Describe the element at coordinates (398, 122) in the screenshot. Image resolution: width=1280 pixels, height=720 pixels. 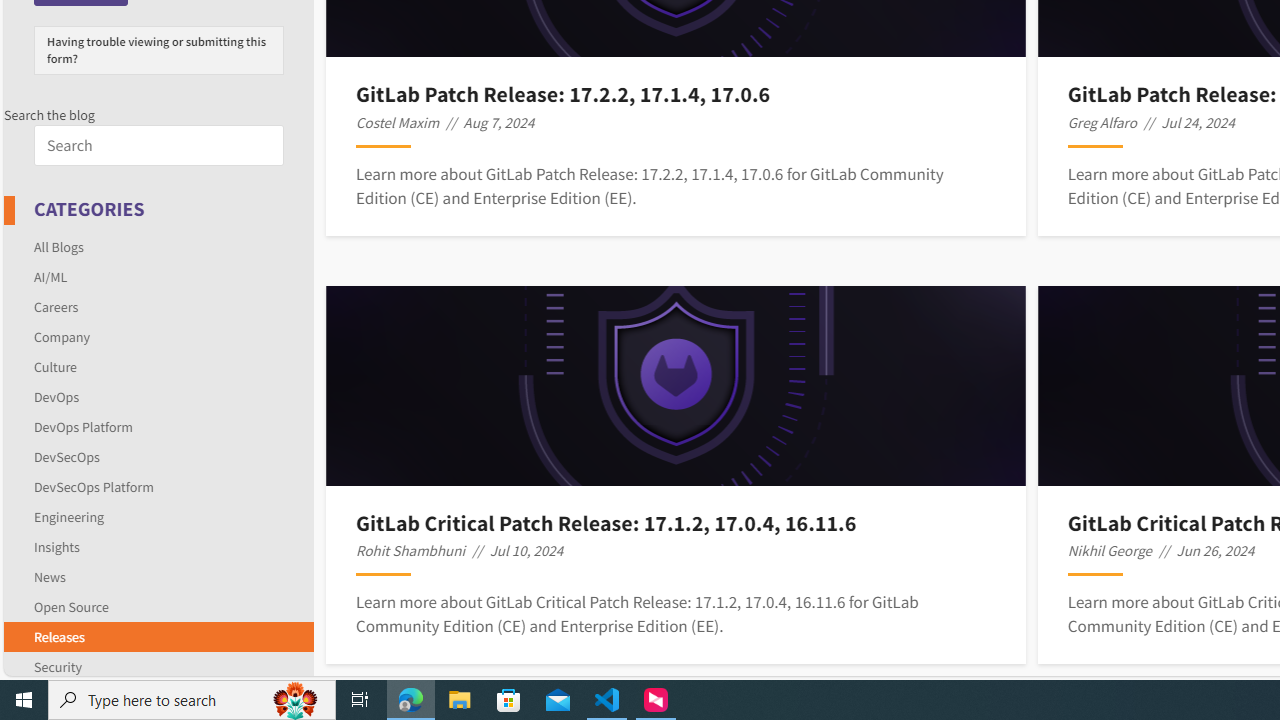
I see `'Costel Maxim'` at that location.